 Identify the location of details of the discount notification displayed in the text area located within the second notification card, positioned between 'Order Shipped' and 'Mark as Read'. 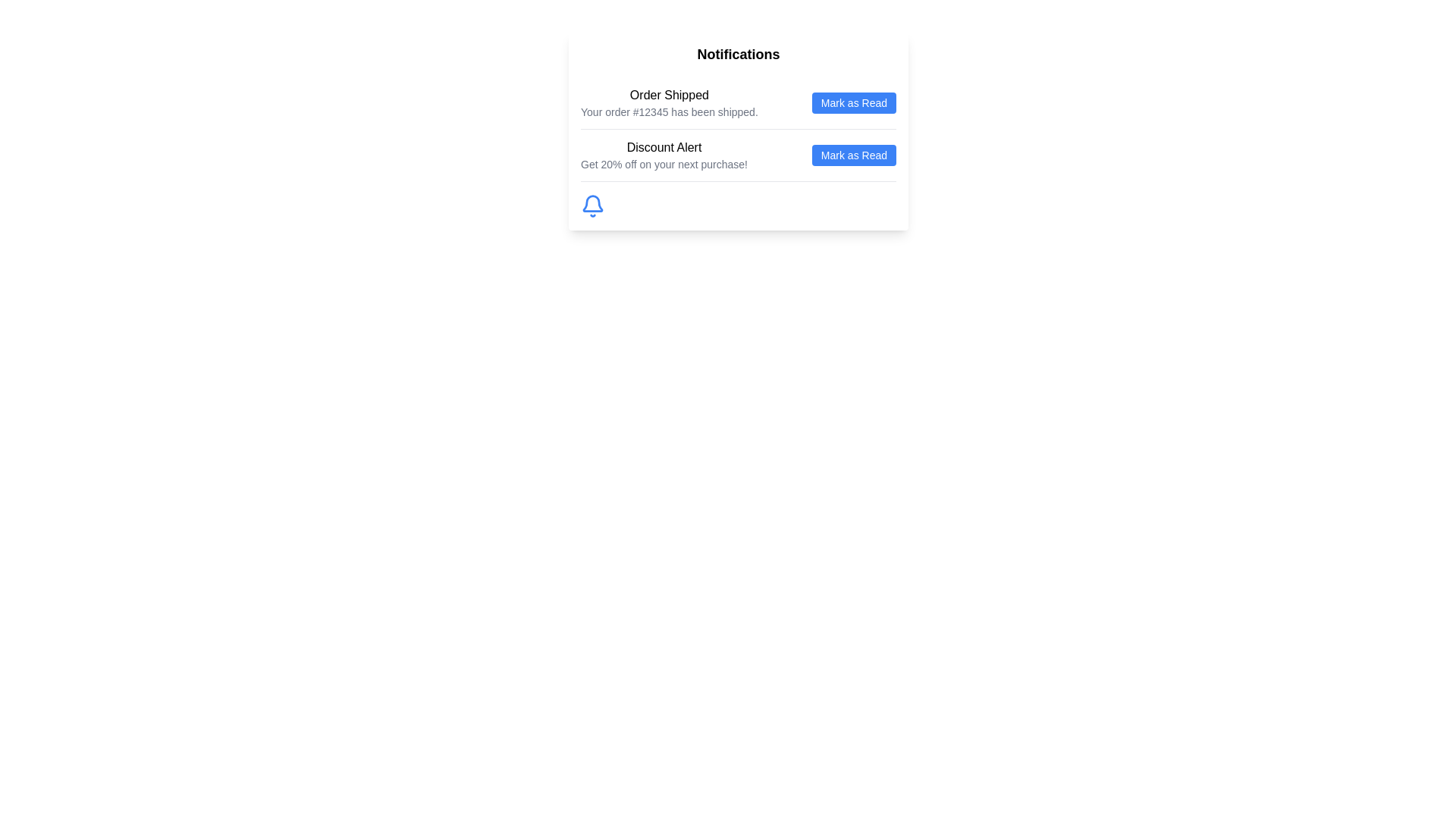
(664, 155).